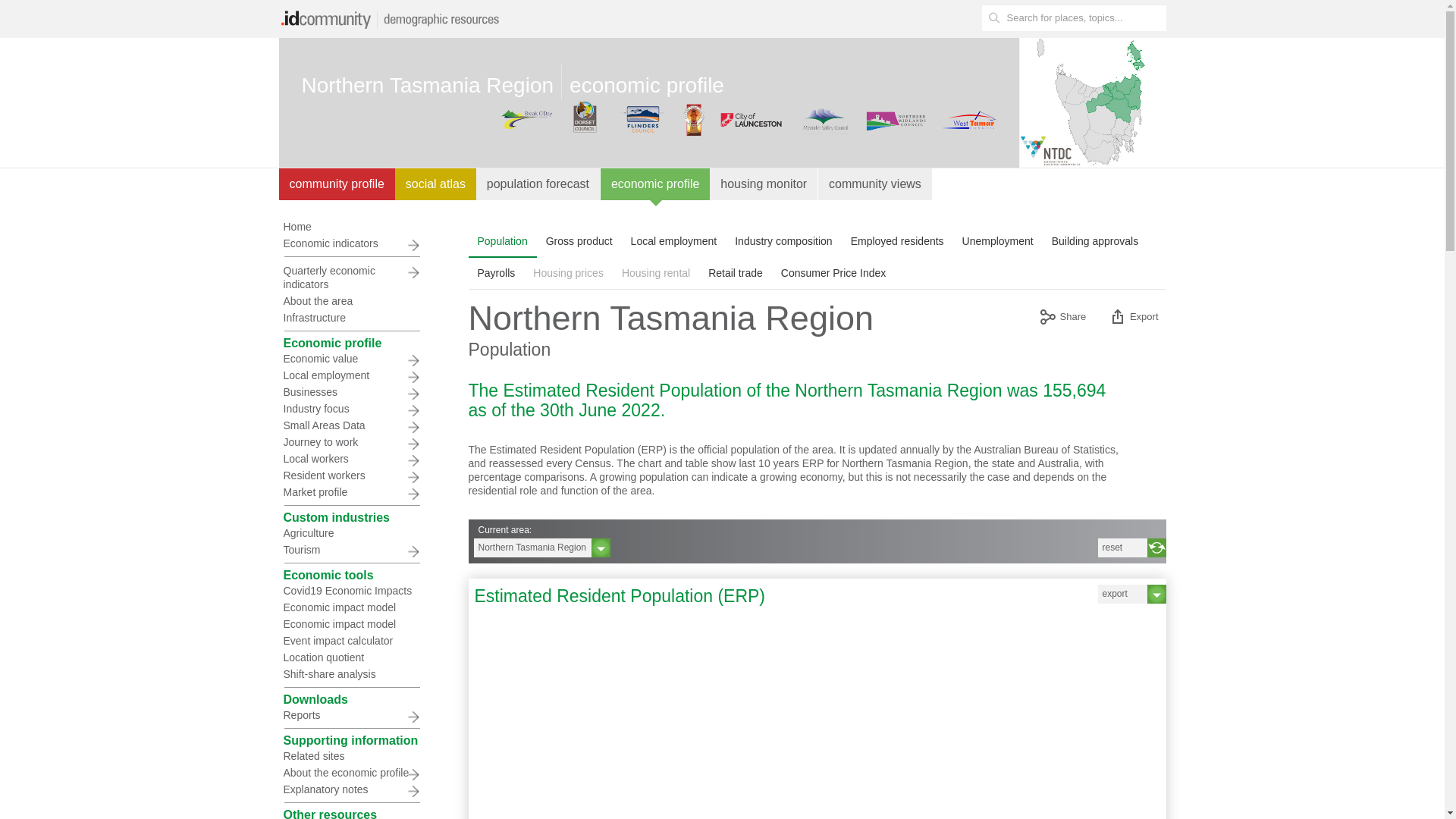  I want to click on 'Building approvals', so click(1095, 240).